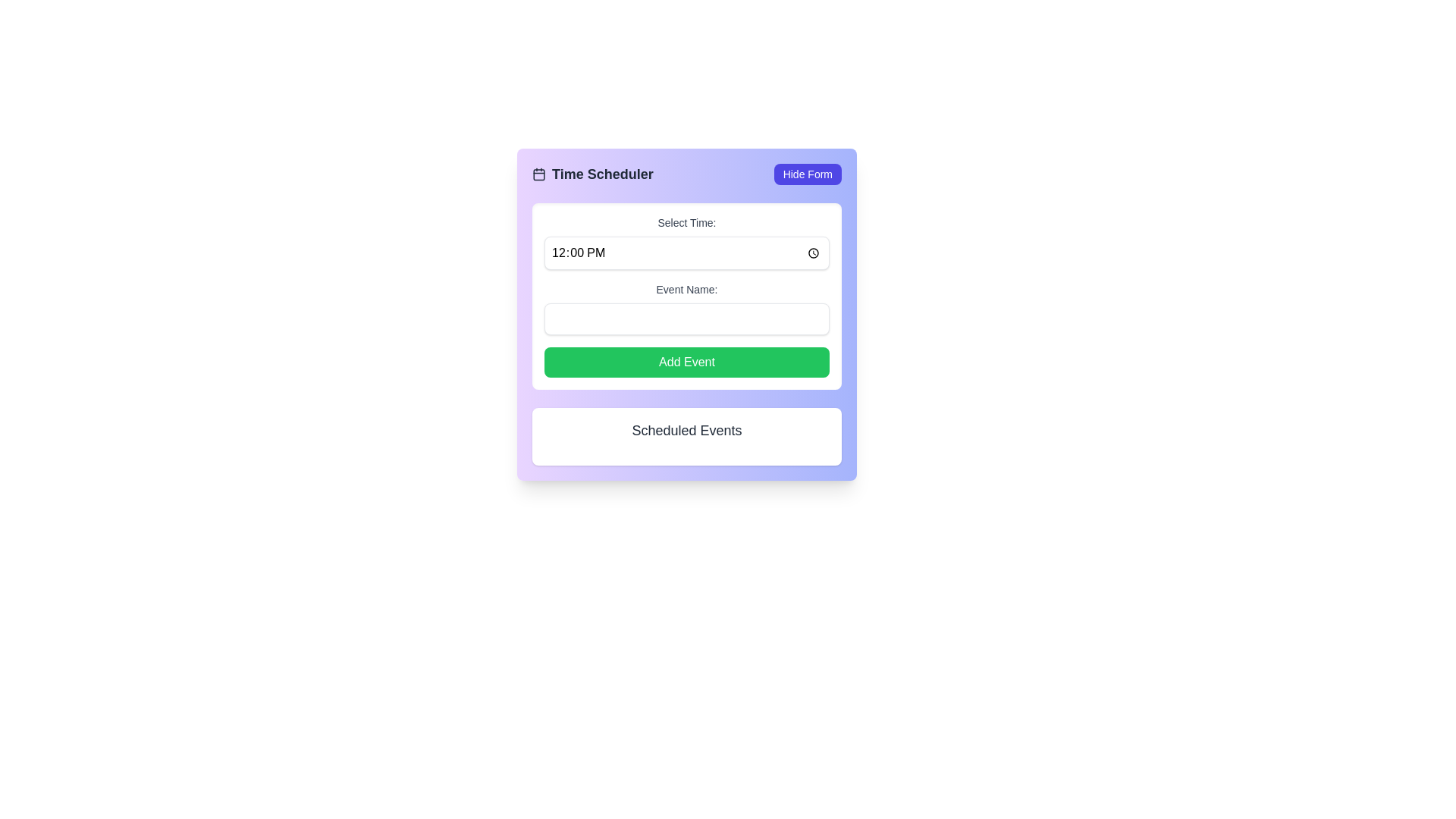 This screenshot has height=819, width=1456. I want to click on the appearance of the calendar icon, which is a minimalist square with rounded corners and small vertical lines inside, located to the left of the 'Time Scheduler' text in the header of the card UI, so click(538, 174).